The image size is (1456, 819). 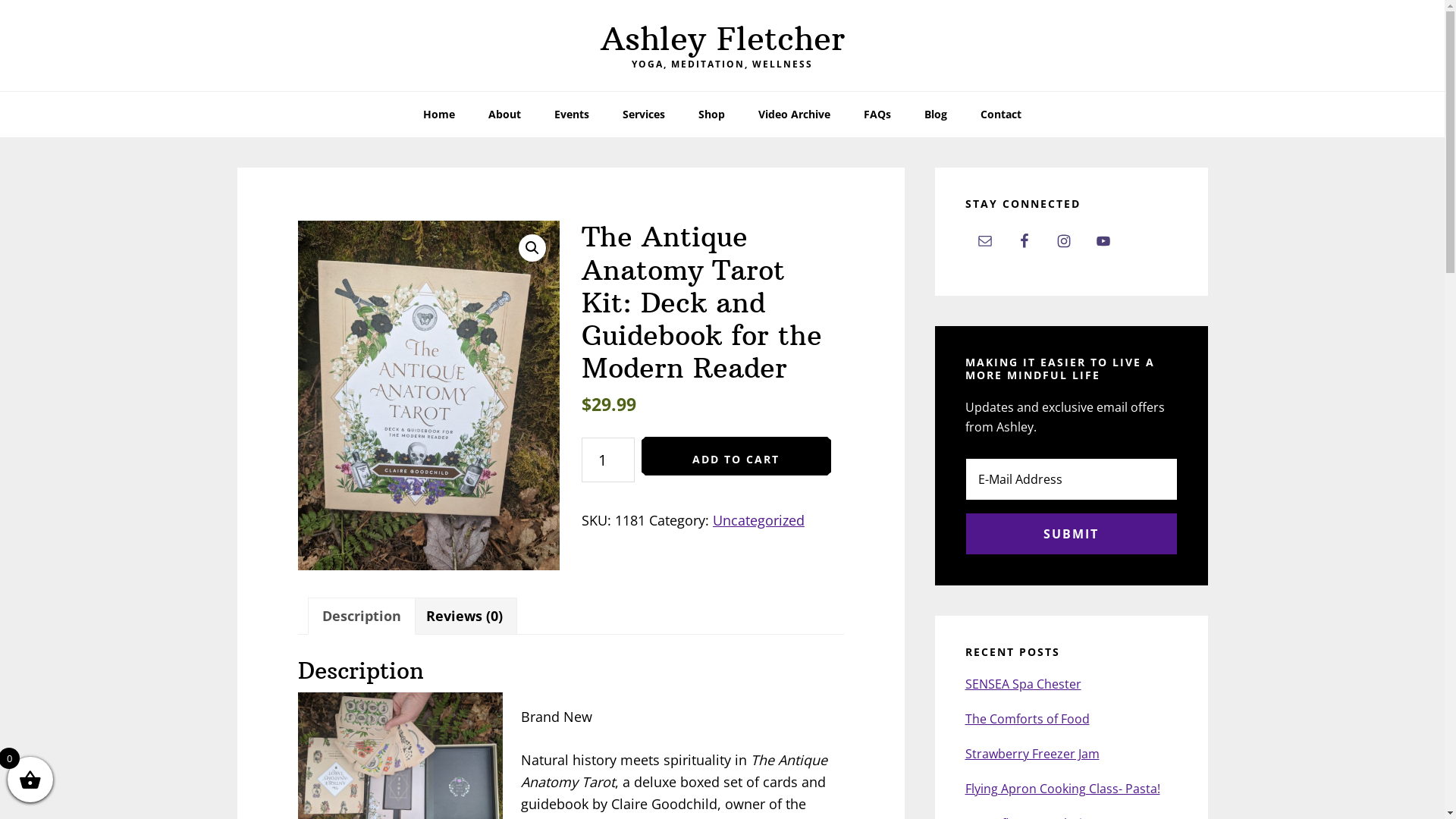 I want to click on 'Video Archive', so click(x=793, y=113).